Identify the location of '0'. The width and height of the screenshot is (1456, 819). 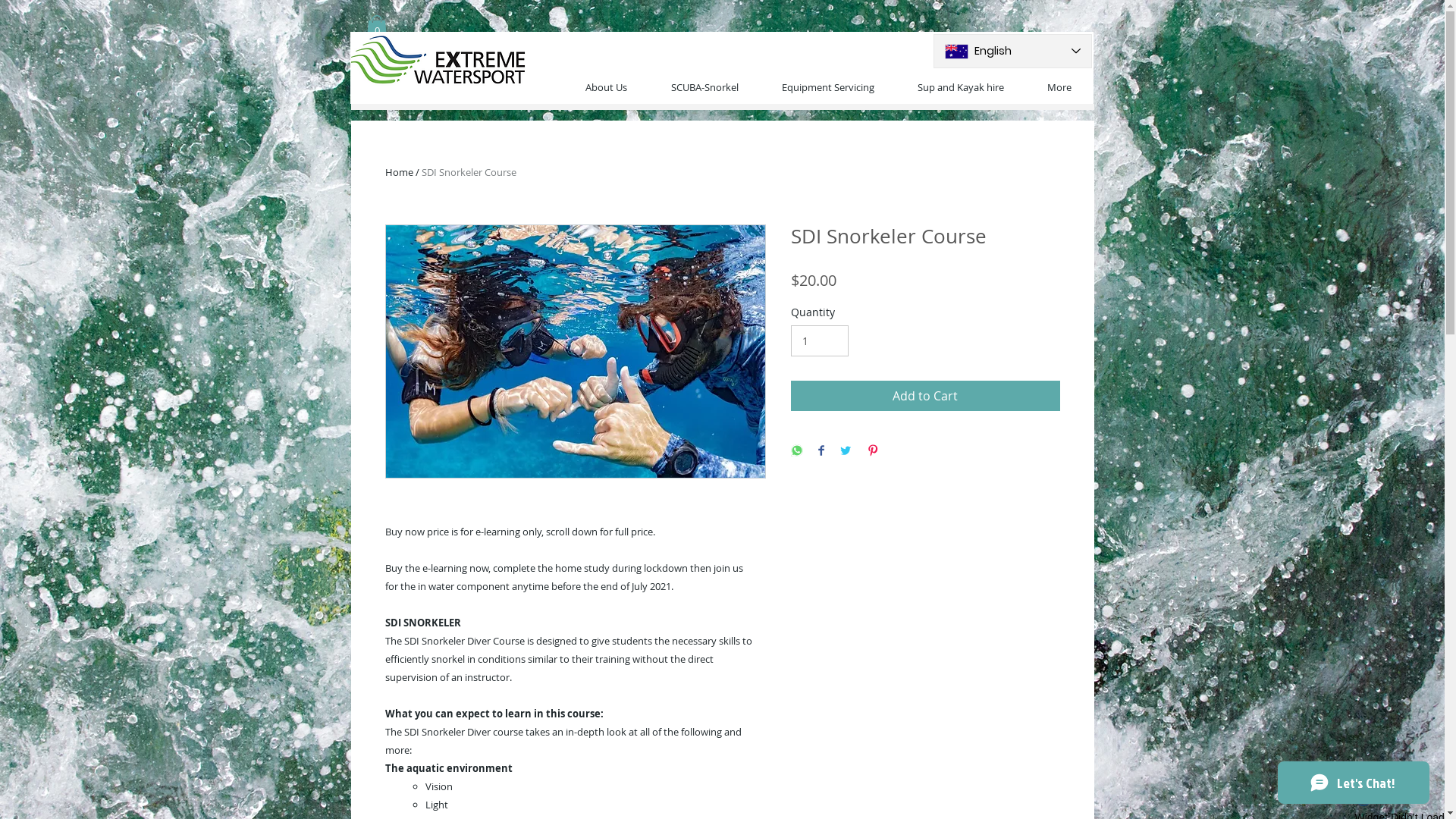
(375, 27).